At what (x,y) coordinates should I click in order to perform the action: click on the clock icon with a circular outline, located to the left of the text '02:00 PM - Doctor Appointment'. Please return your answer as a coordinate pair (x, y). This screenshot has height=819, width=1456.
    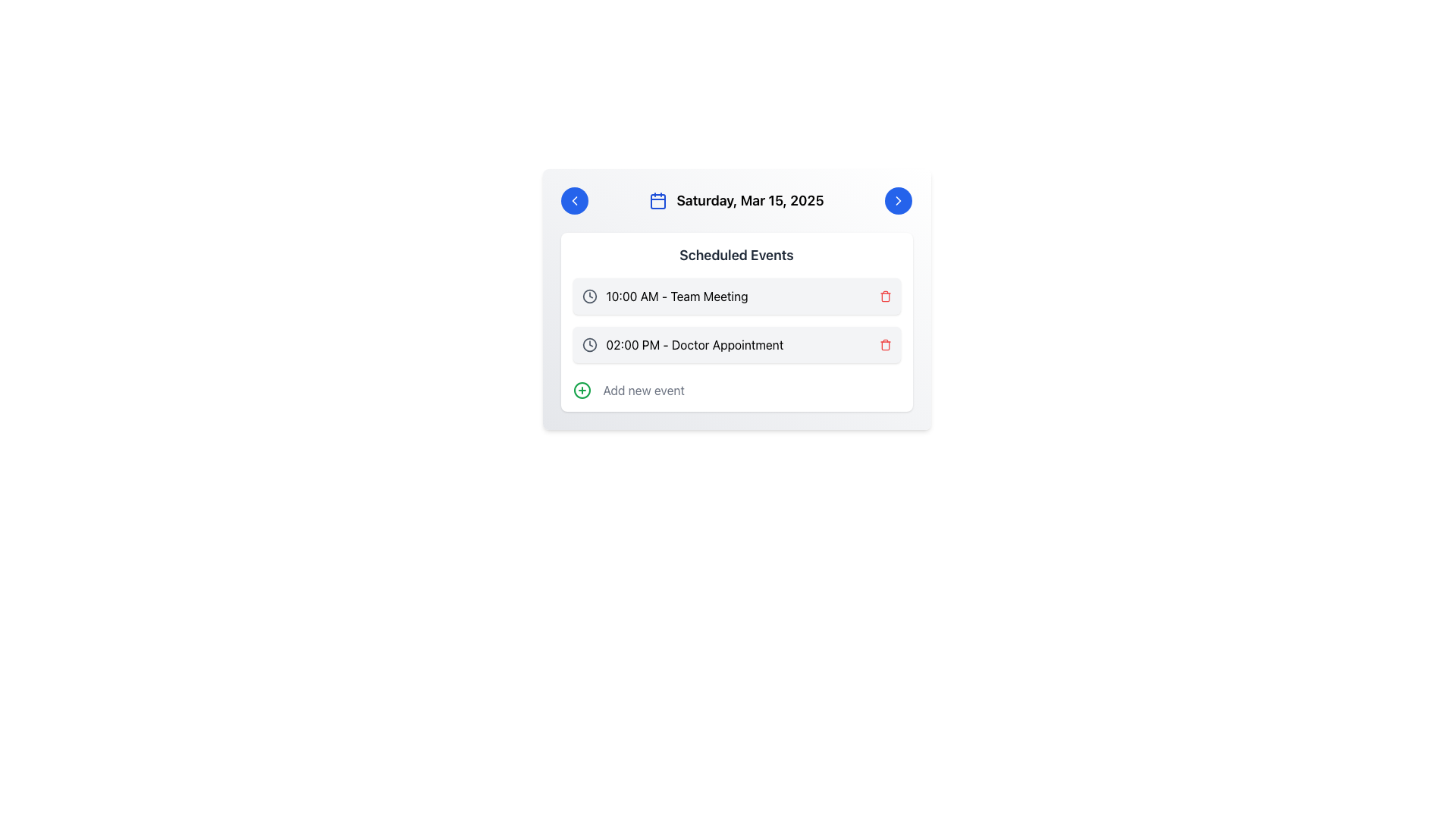
    Looking at the image, I should click on (588, 345).